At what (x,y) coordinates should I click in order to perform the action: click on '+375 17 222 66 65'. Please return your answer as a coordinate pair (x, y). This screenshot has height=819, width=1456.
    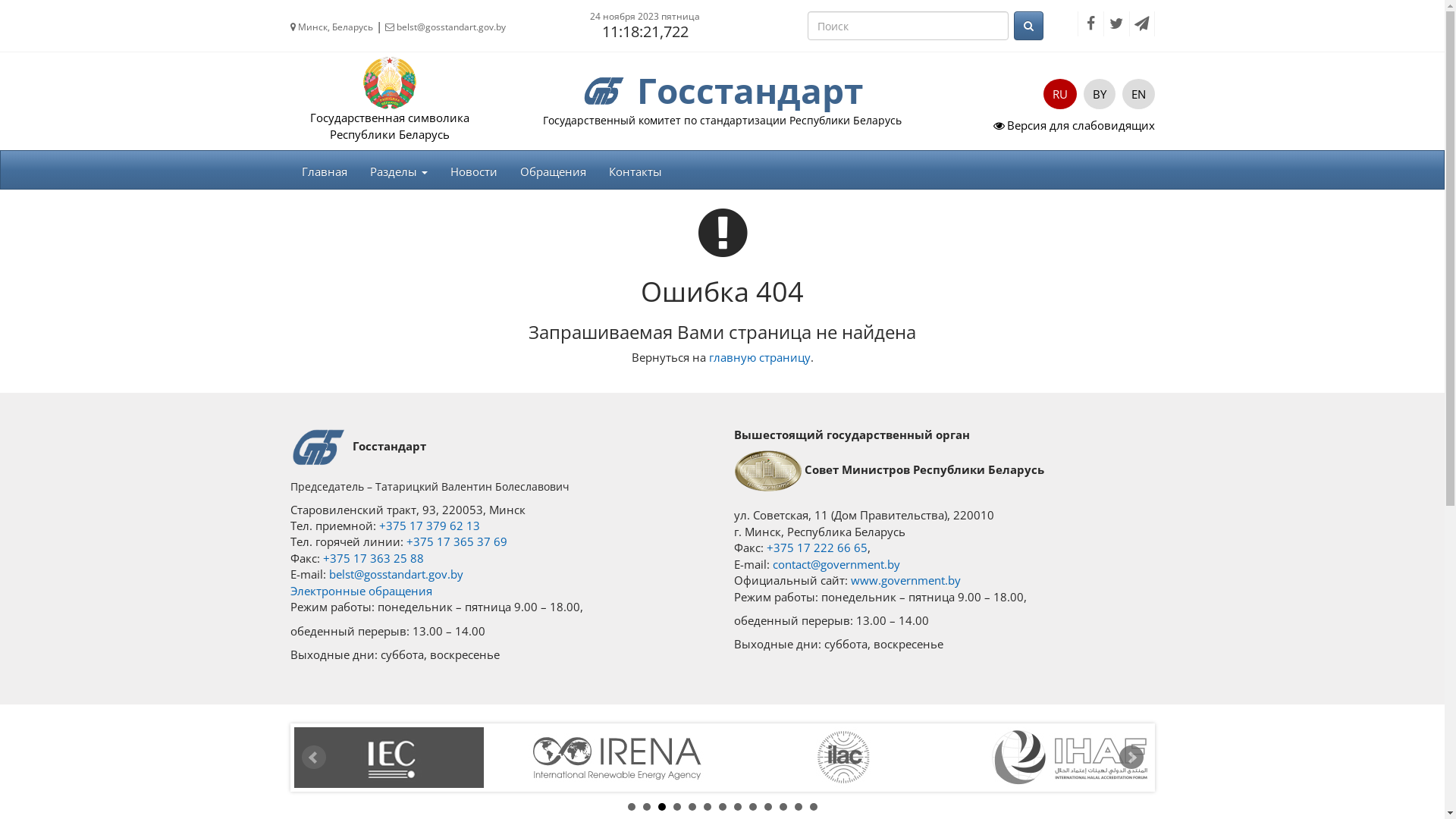
    Looking at the image, I should click on (815, 547).